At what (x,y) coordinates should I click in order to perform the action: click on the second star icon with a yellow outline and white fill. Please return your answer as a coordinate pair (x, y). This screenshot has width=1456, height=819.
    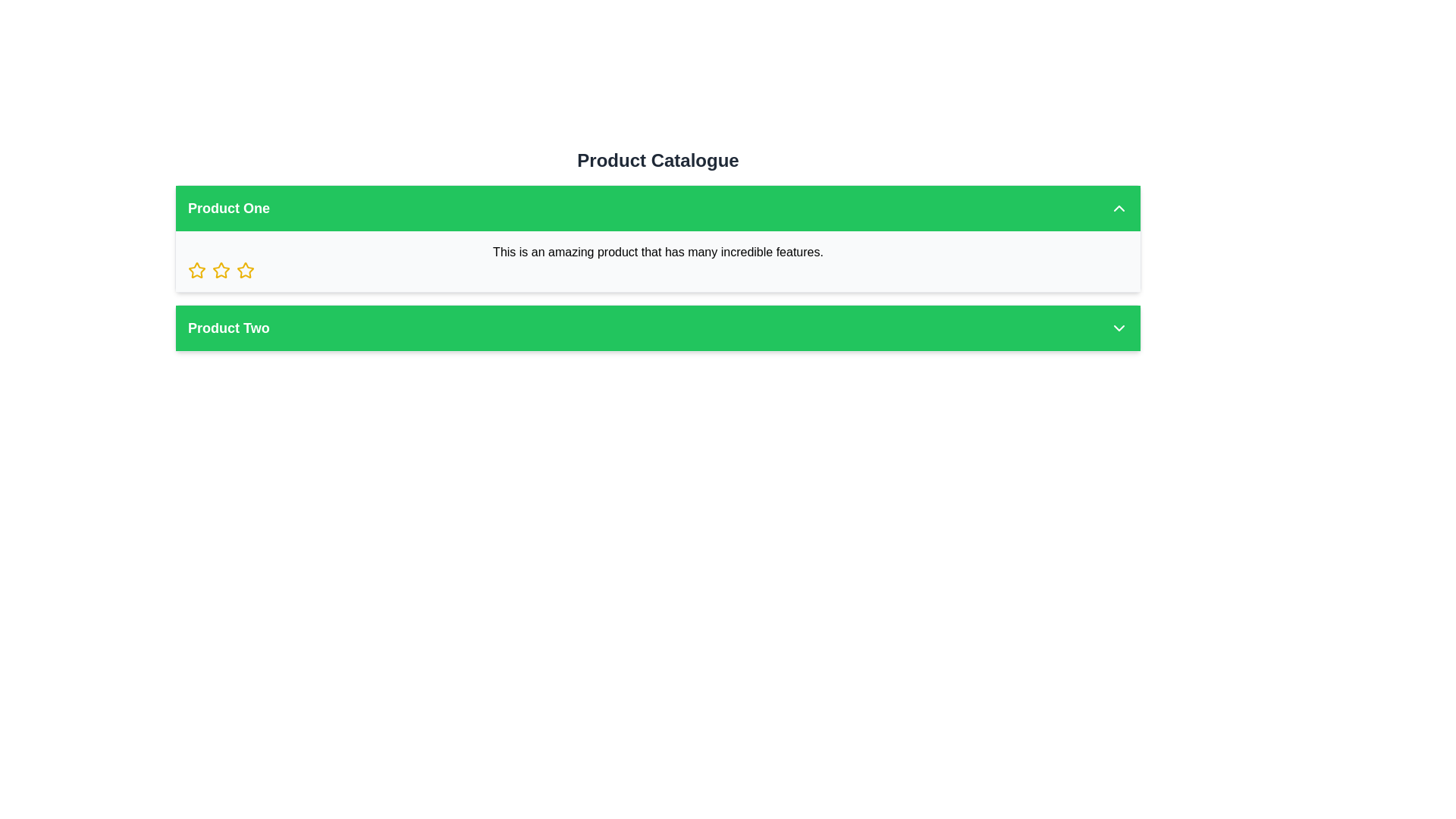
    Looking at the image, I should click on (221, 269).